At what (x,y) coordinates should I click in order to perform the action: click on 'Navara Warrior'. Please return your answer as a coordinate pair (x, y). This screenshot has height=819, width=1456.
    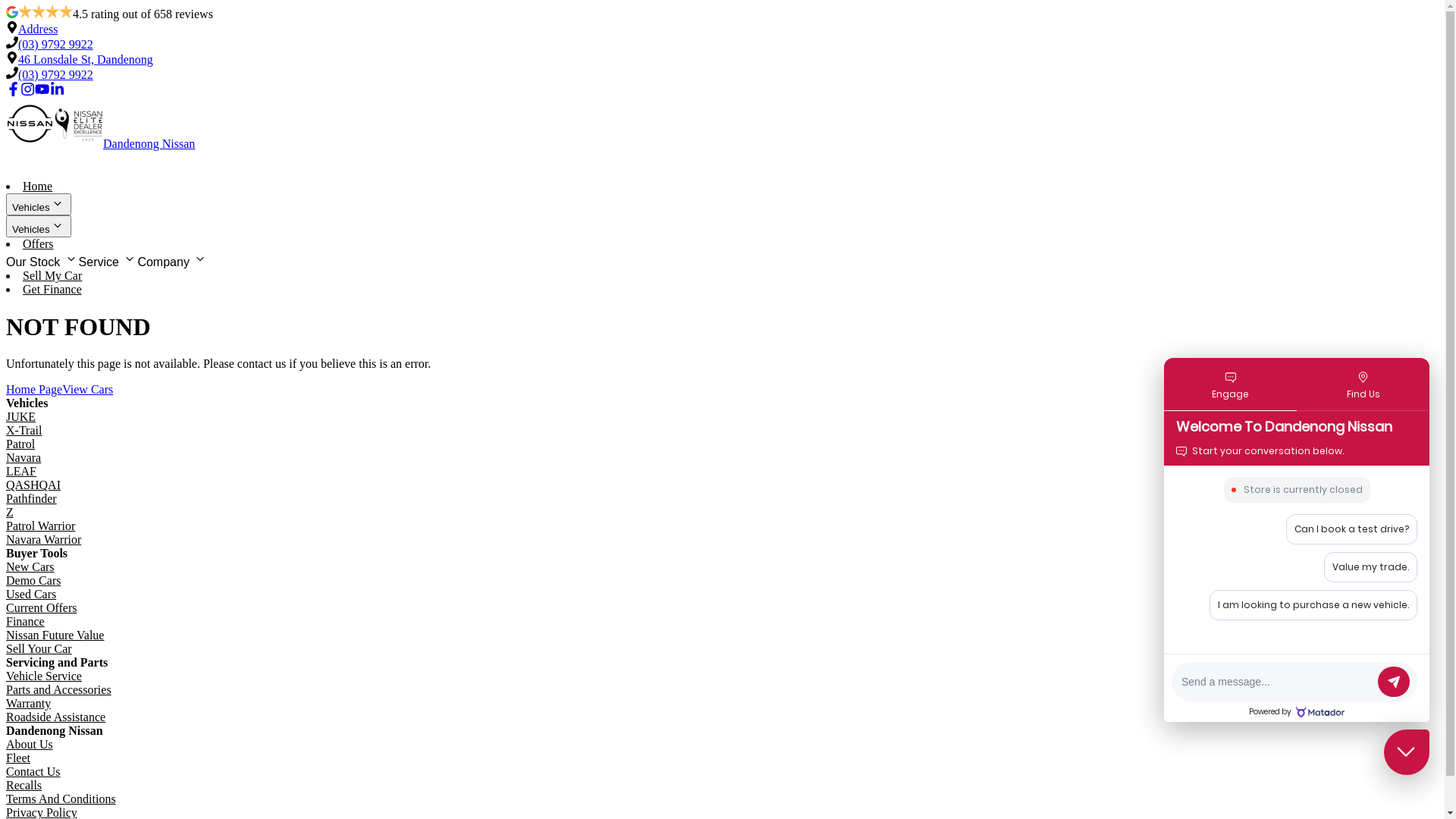
    Looking at the image, I should click on (43, 538).